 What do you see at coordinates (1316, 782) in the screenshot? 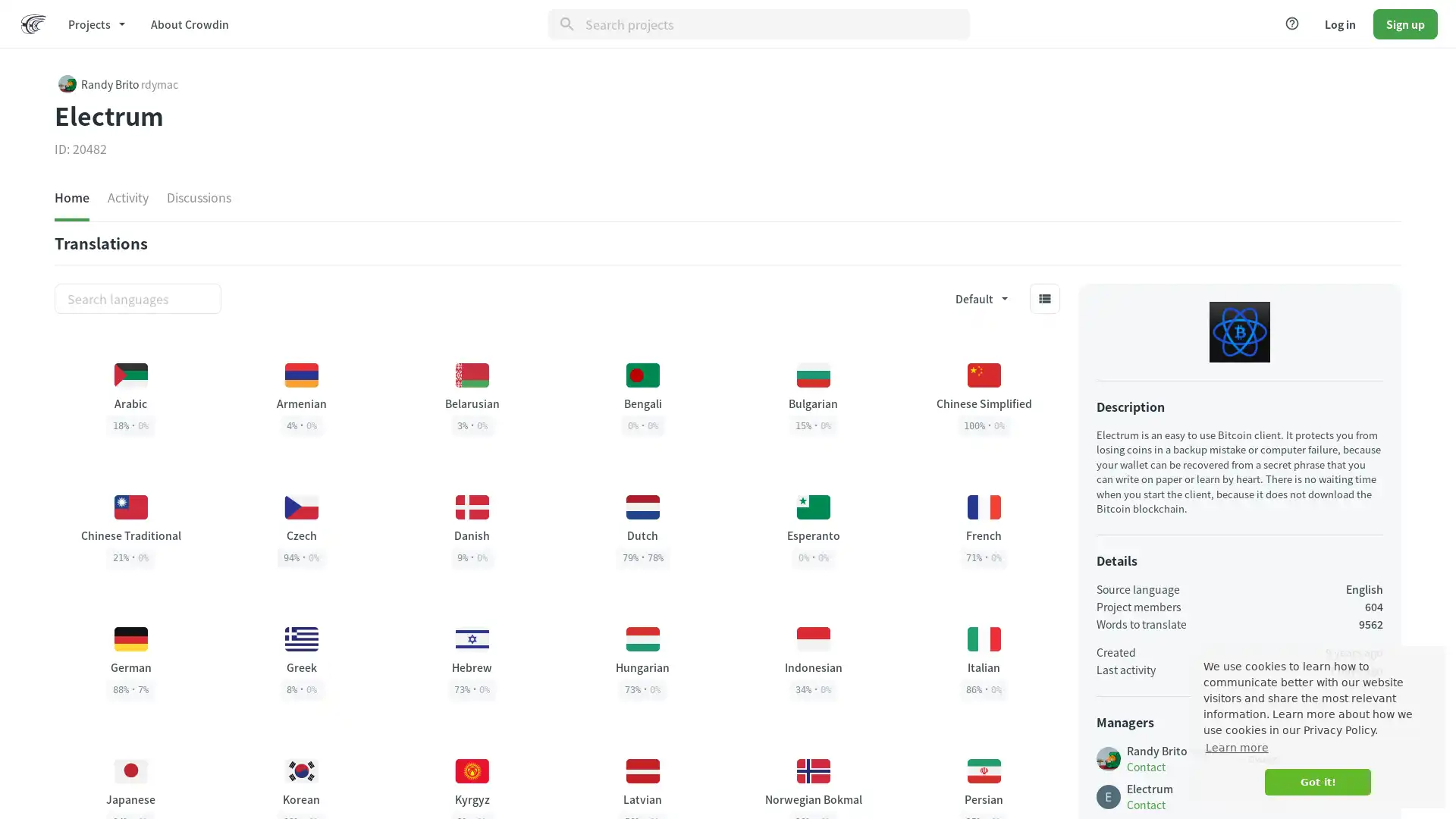
I see `dismiss cookie message` at bounding box center [1316, 782].